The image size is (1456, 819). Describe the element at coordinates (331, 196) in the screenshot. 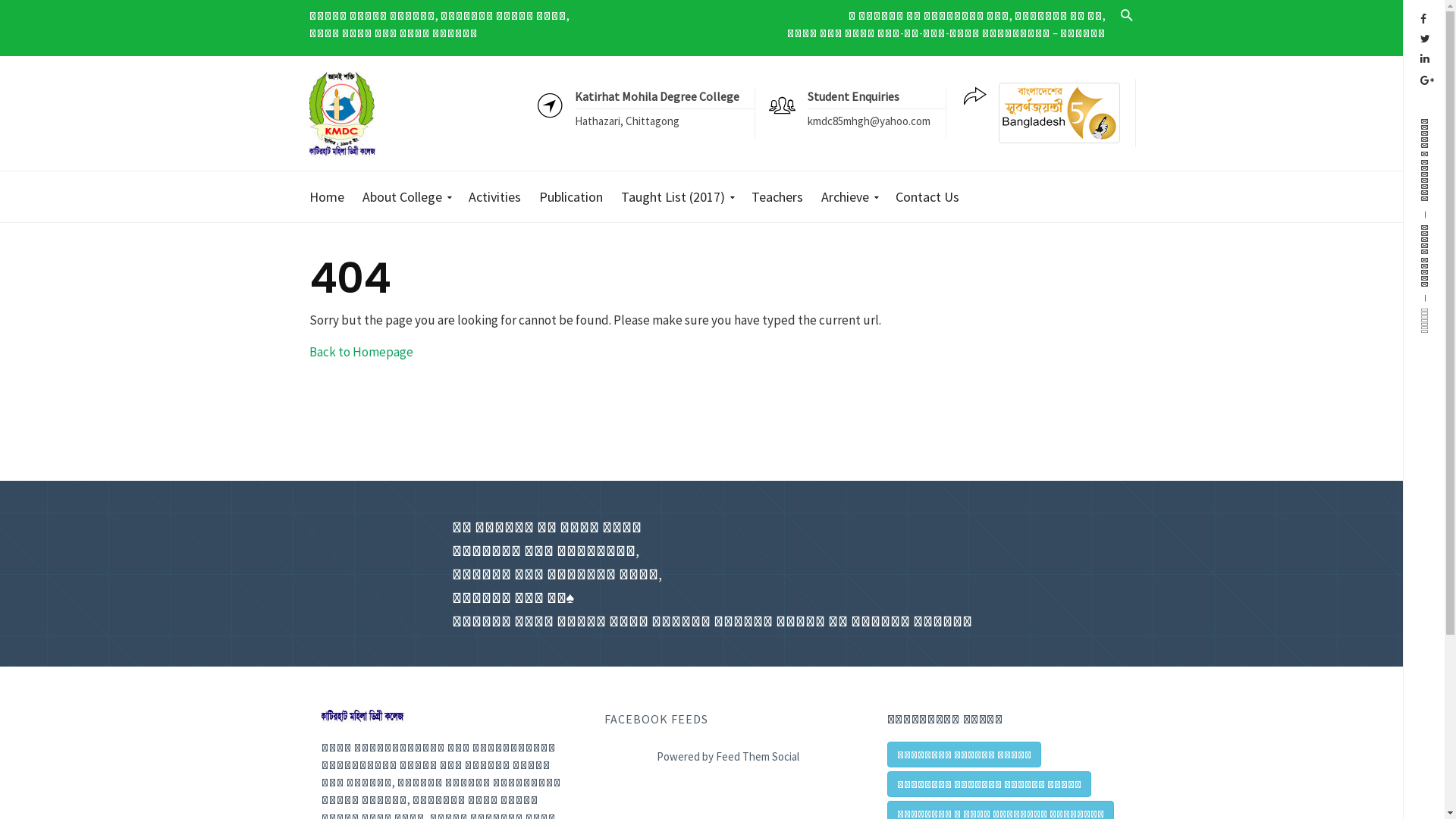

I see `'Home'` at that location.